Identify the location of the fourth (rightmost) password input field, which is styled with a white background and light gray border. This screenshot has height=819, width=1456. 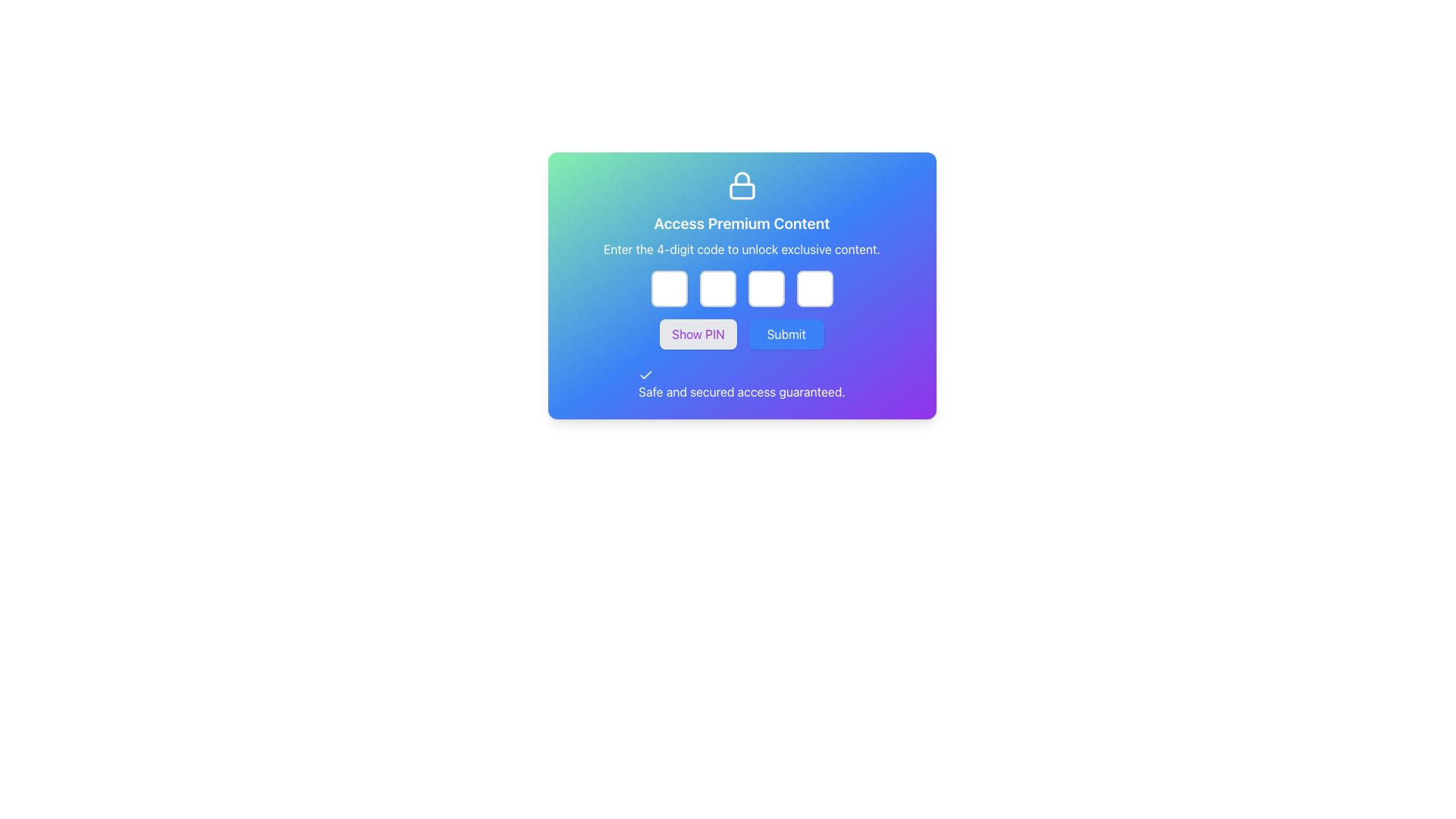
(814, 289).